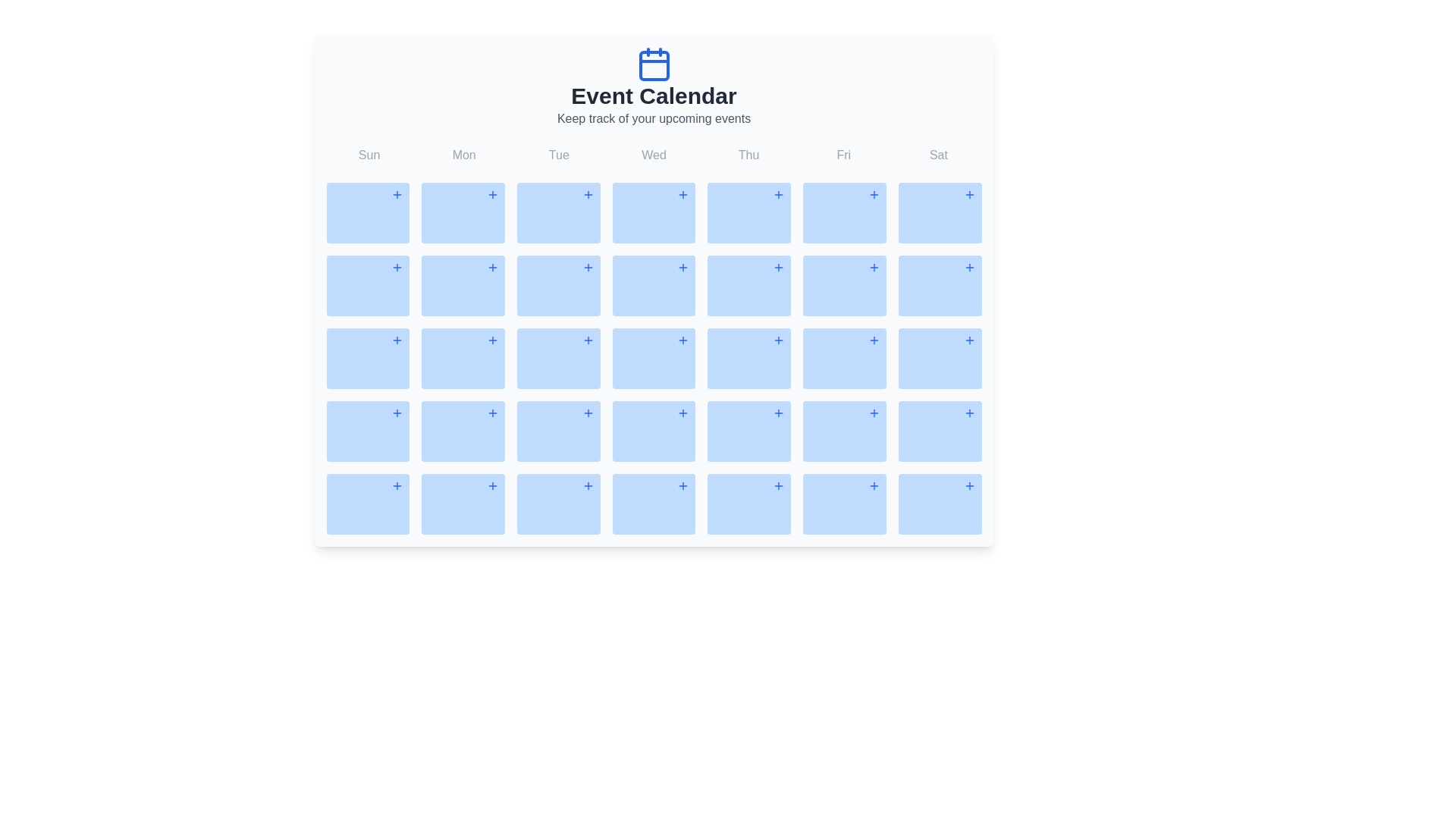 The image size is (1456, 819). Describe the element at coordinates (368, 431) in the screenshot. I see `the interactive calendar tile, which is a light blue rectangular tile with softly rounded corners located in the sixth row and first column of the grid` at that location.